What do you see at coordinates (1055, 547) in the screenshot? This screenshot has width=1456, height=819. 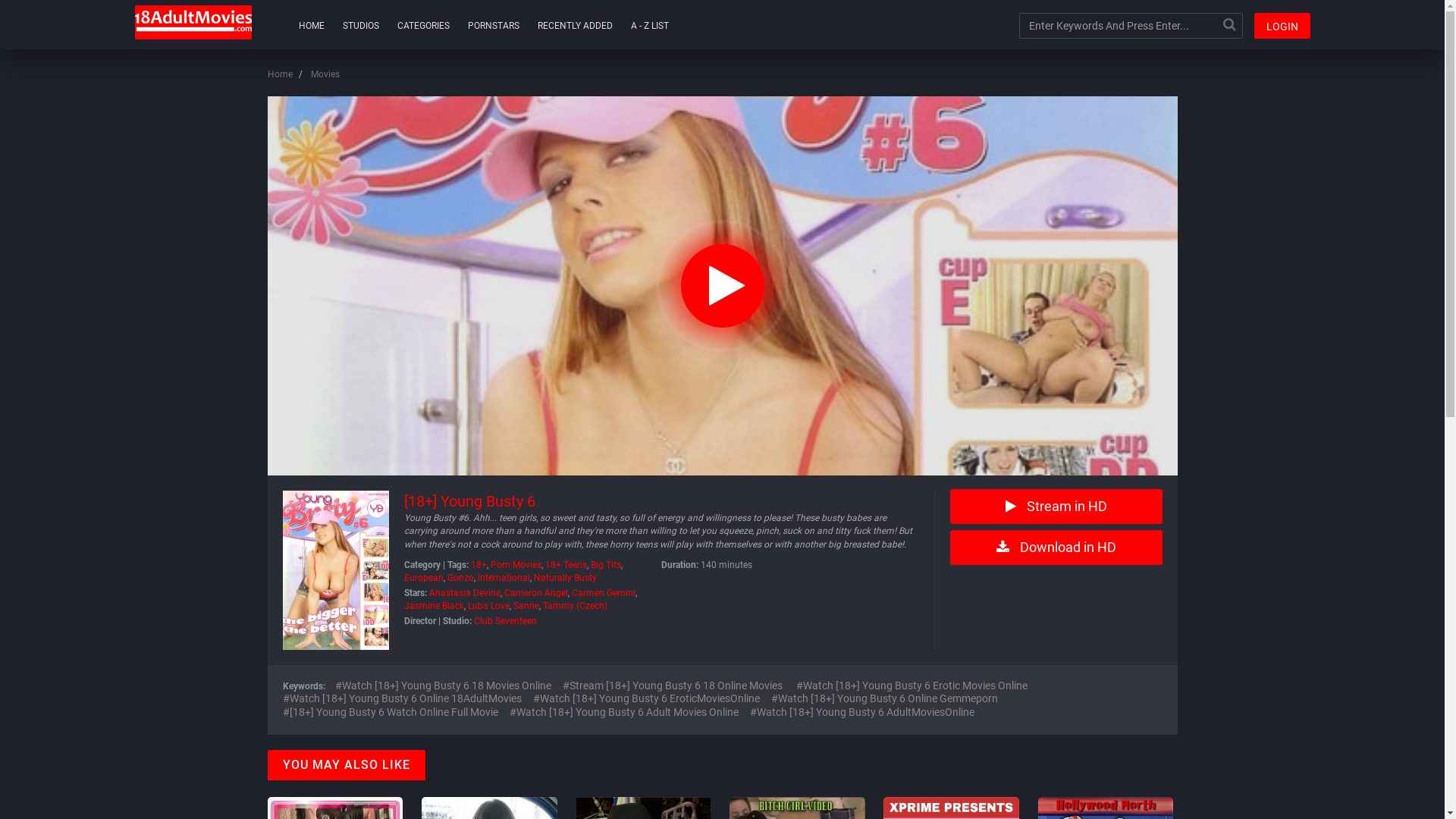 I see `'Download in HD'` at bounding box center [1055, 547].